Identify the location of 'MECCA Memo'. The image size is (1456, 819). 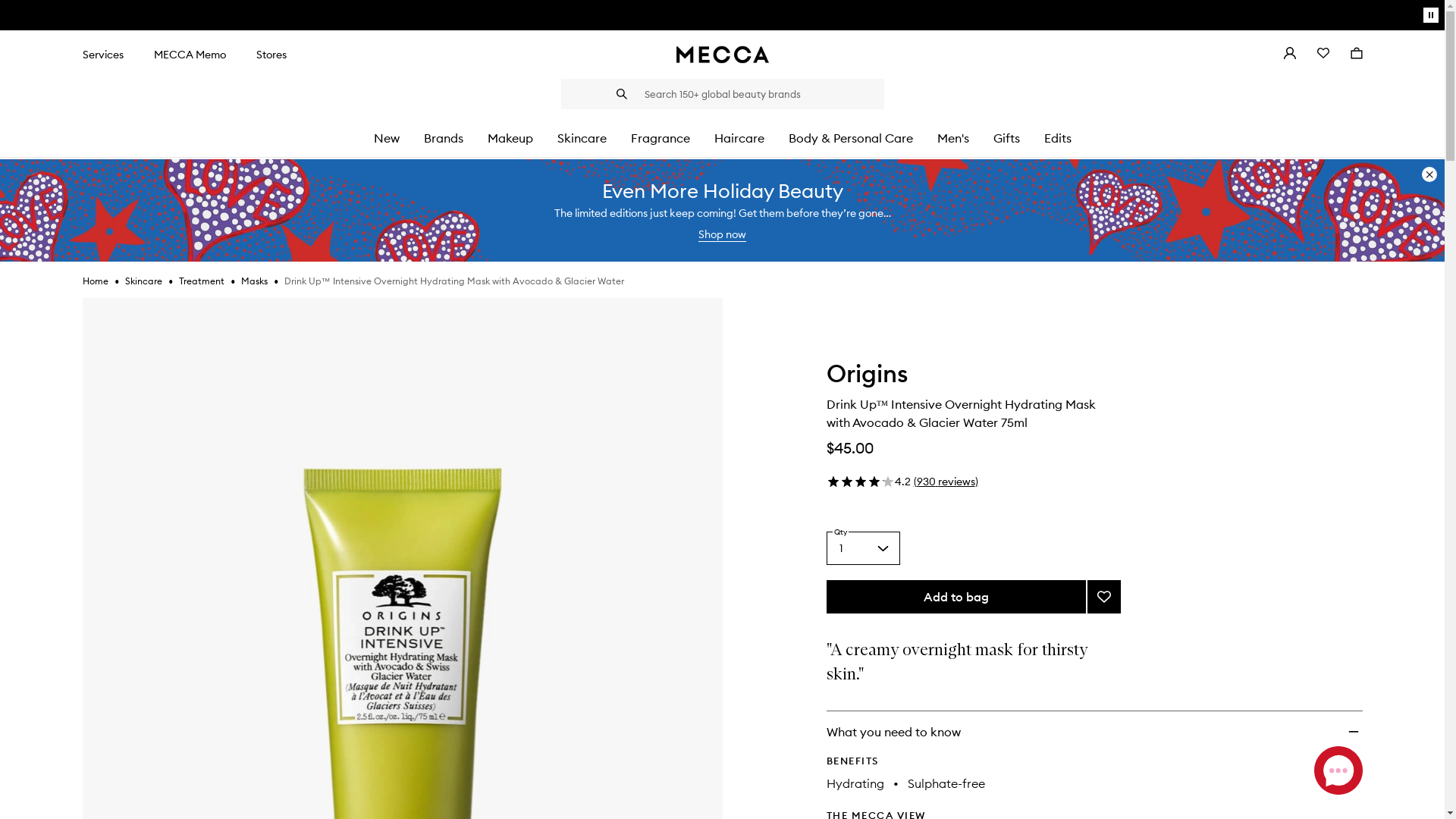
(188, 54).